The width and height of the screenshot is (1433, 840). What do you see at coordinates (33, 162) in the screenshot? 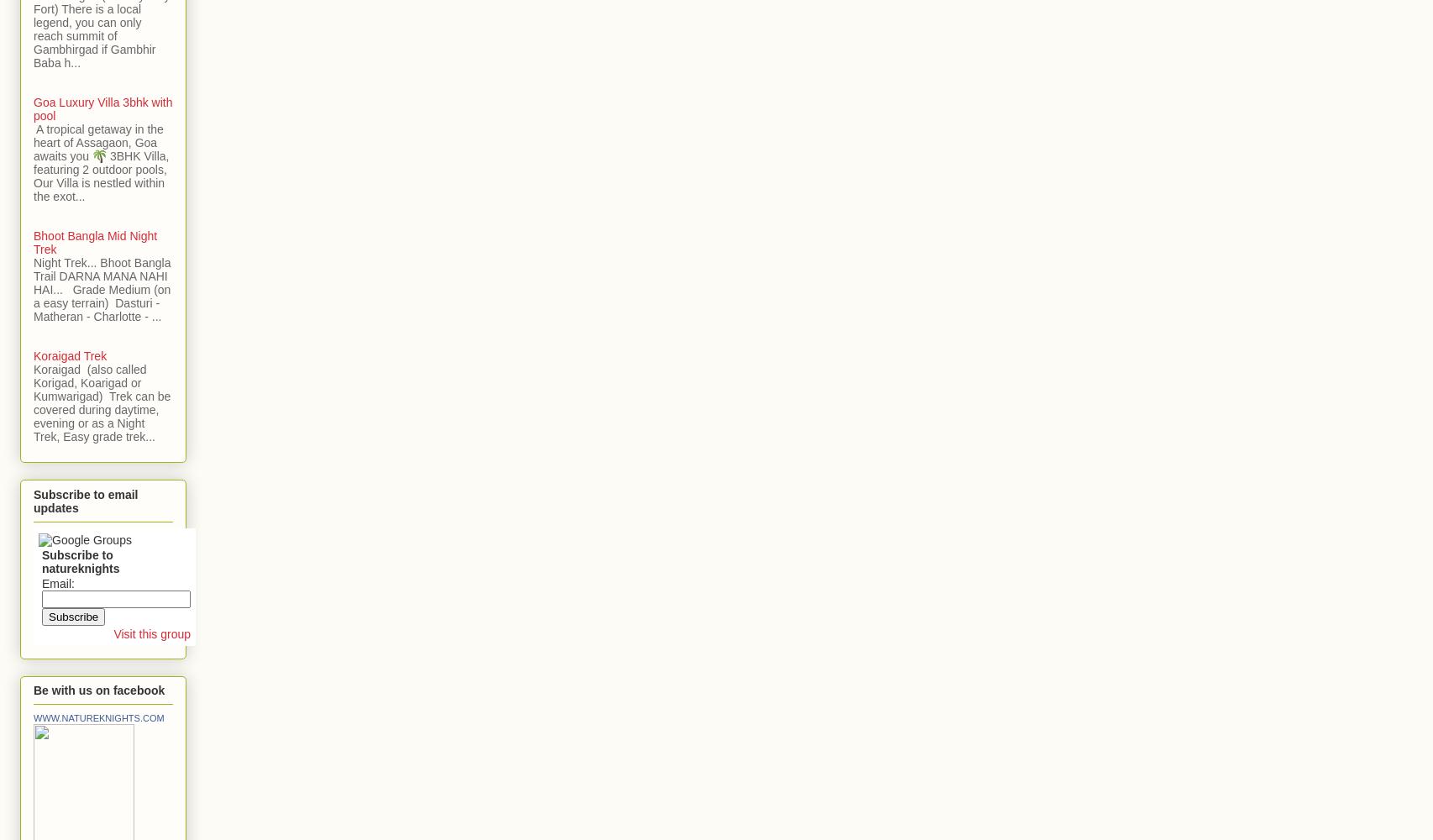
I see `'A tropical getaway in the heart of Assagaon, Goa awaits you 🌴 3BHK Villa,  featuring 2 outdoor pools, Our Villa is nestled within the exot...'` at bounding box center [33, 162].